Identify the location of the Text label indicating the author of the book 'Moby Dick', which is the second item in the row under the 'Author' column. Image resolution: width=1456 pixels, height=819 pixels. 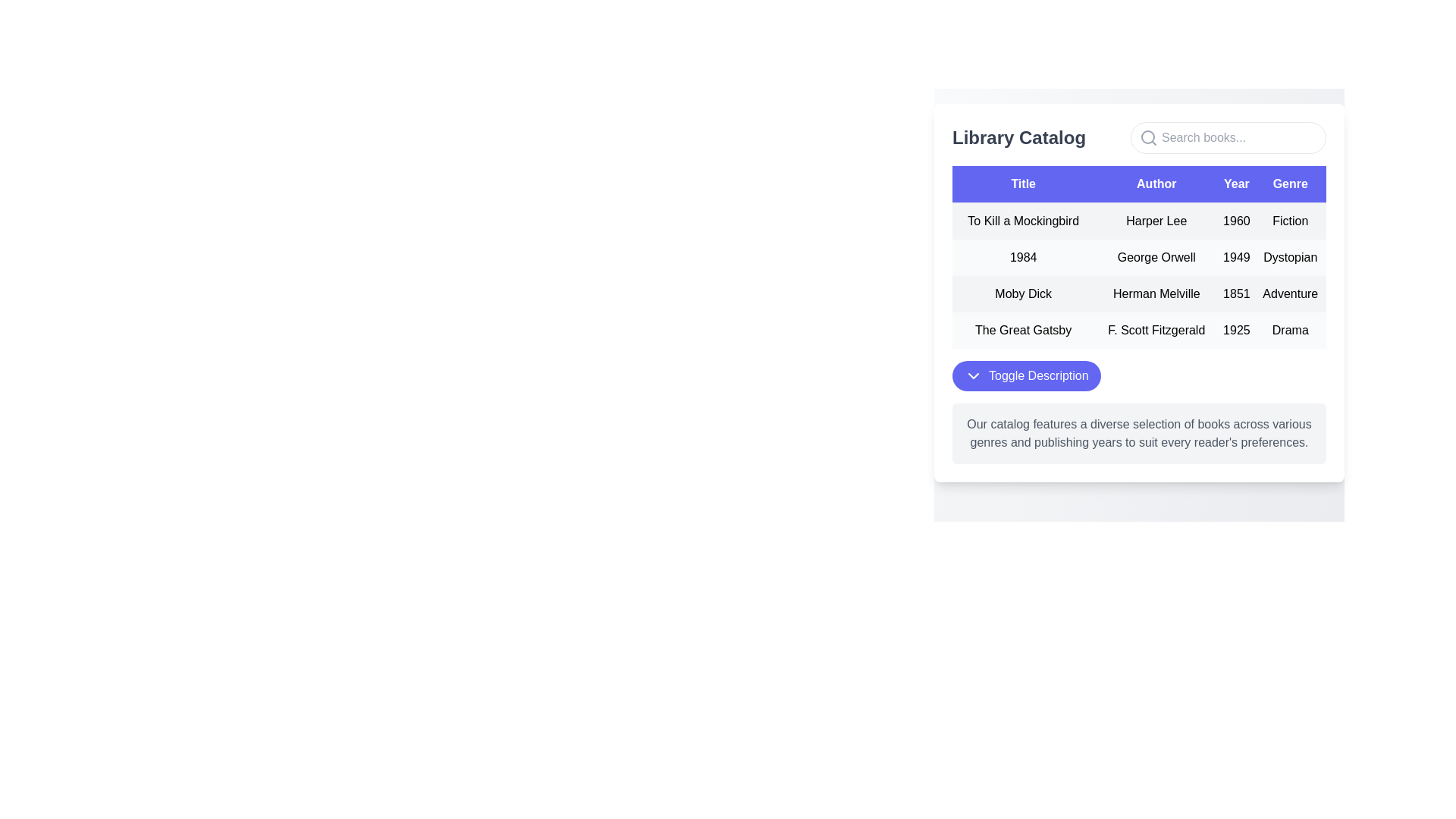
(1156, 294).